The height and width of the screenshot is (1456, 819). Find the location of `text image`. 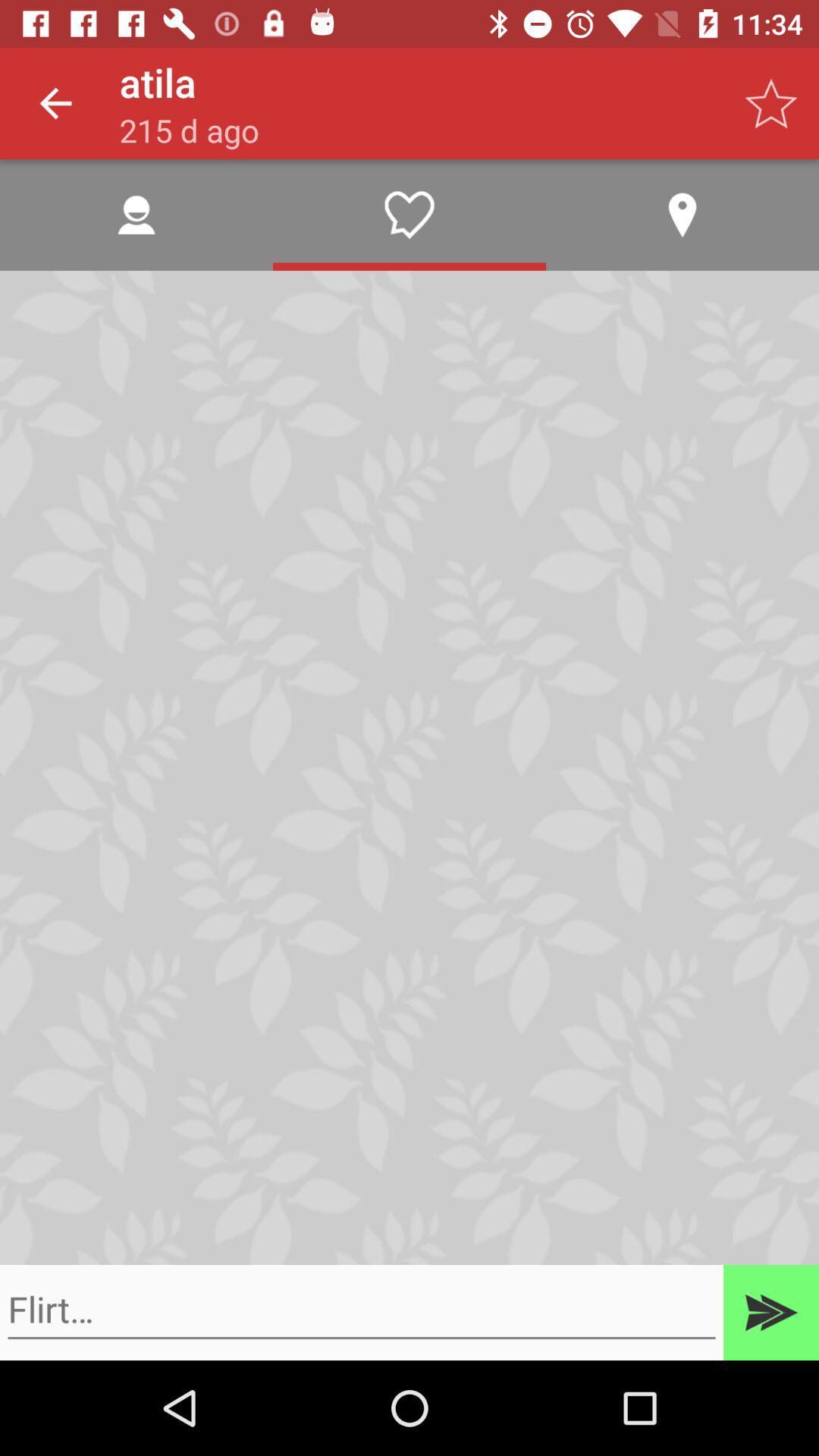

text image is located at coordinates (362, 1309).